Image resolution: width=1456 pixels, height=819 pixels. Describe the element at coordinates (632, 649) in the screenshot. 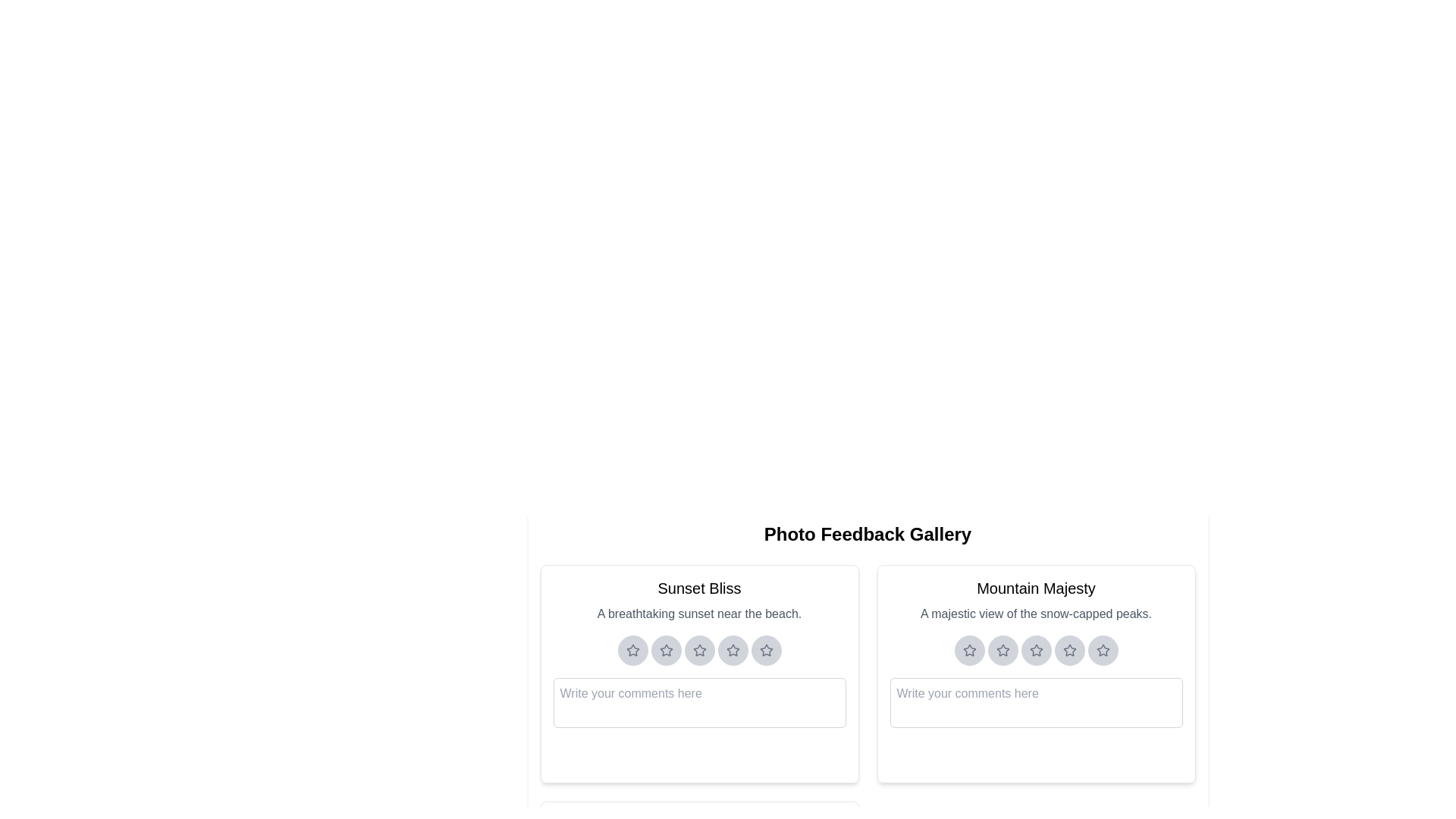

I see `the first star icon` at that location.